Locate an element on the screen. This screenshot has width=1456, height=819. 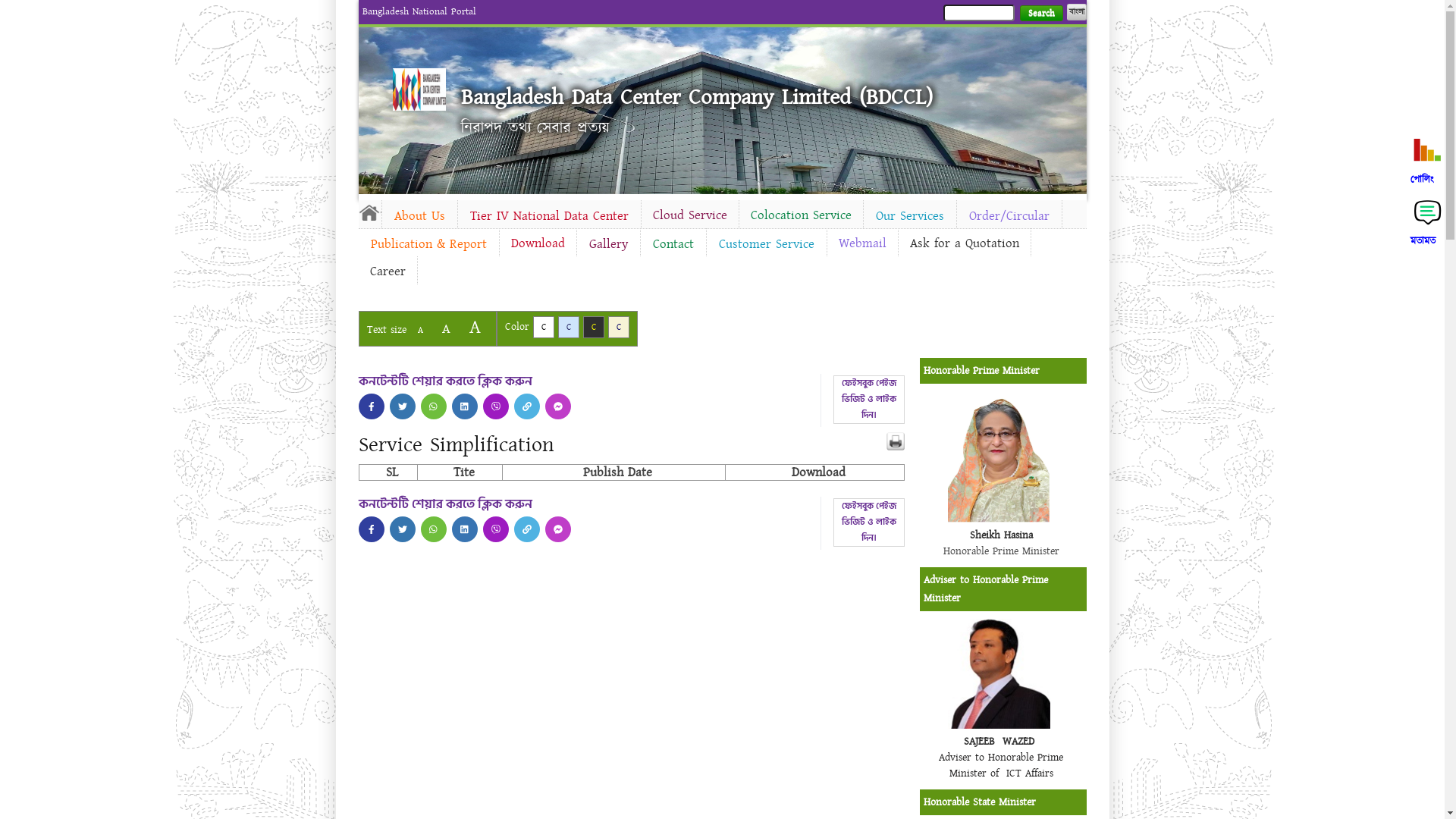
'C' is located at coordinates (567, 326).